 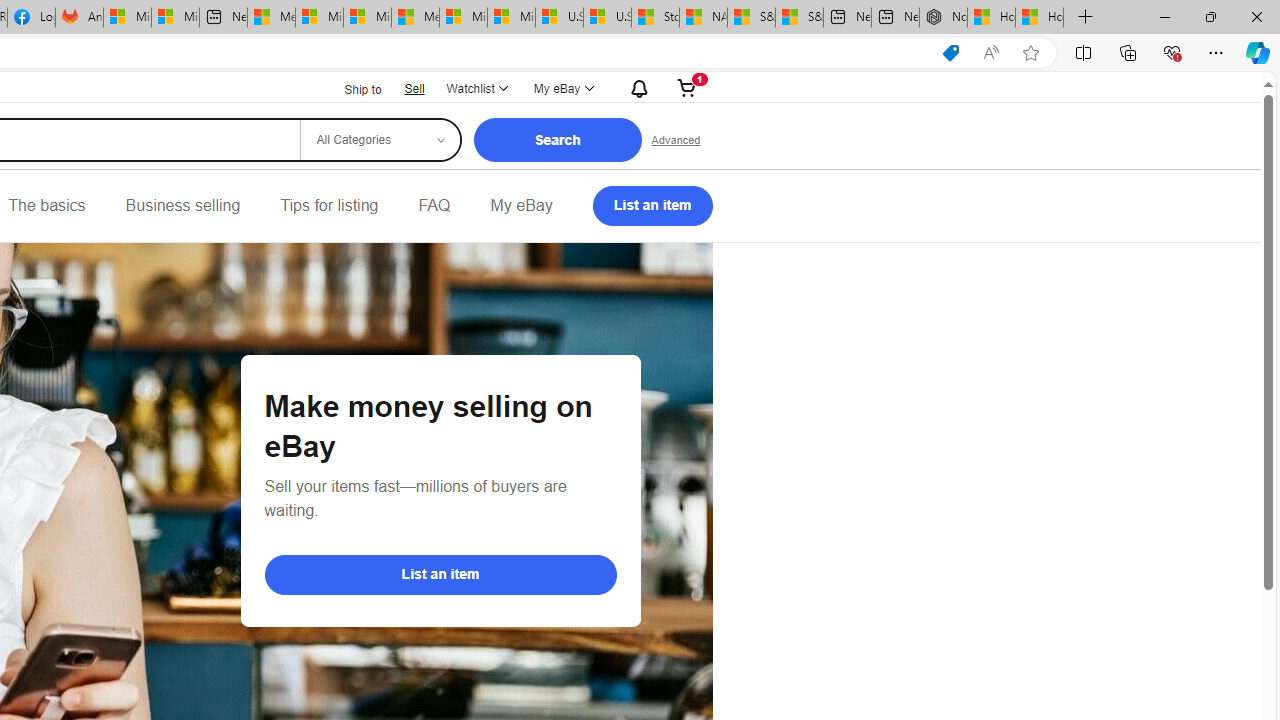 What do you see at coordinates (521, 205) in the screenshot?
I see `'My eBay'` at bounding box center [521, 205].